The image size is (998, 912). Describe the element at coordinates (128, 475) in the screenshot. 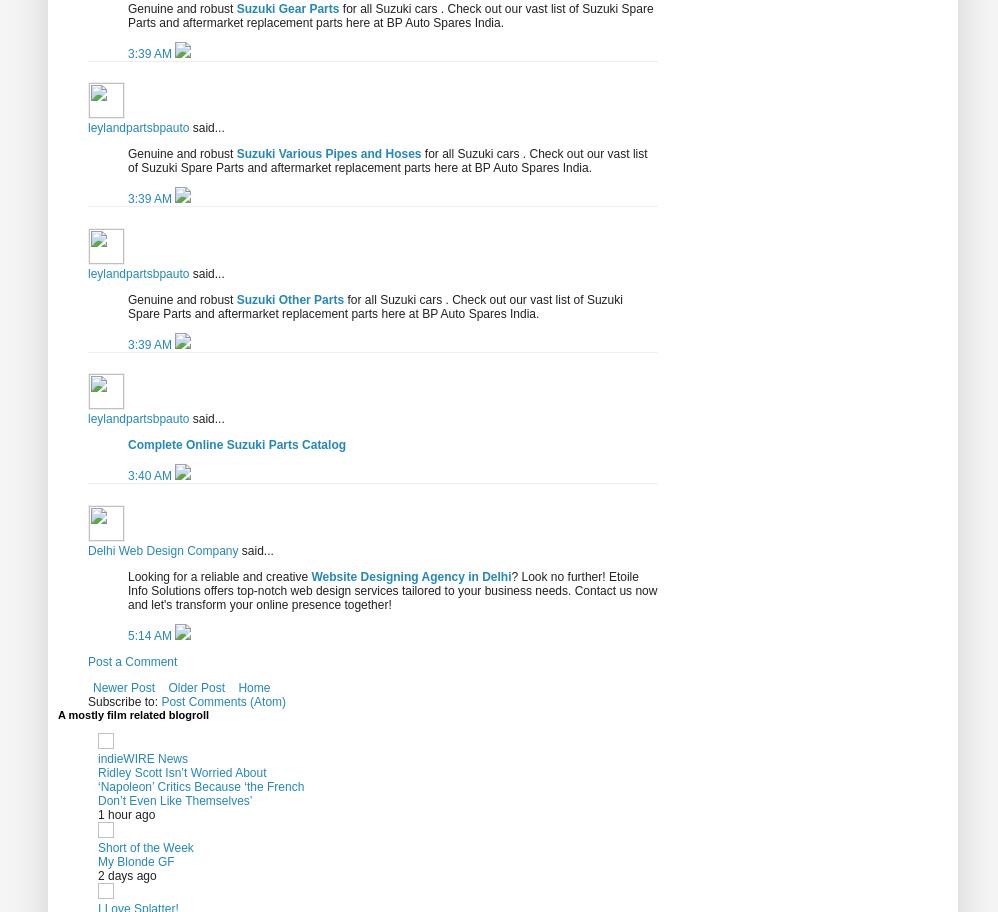

I see `'3:40 AM'` at that location.